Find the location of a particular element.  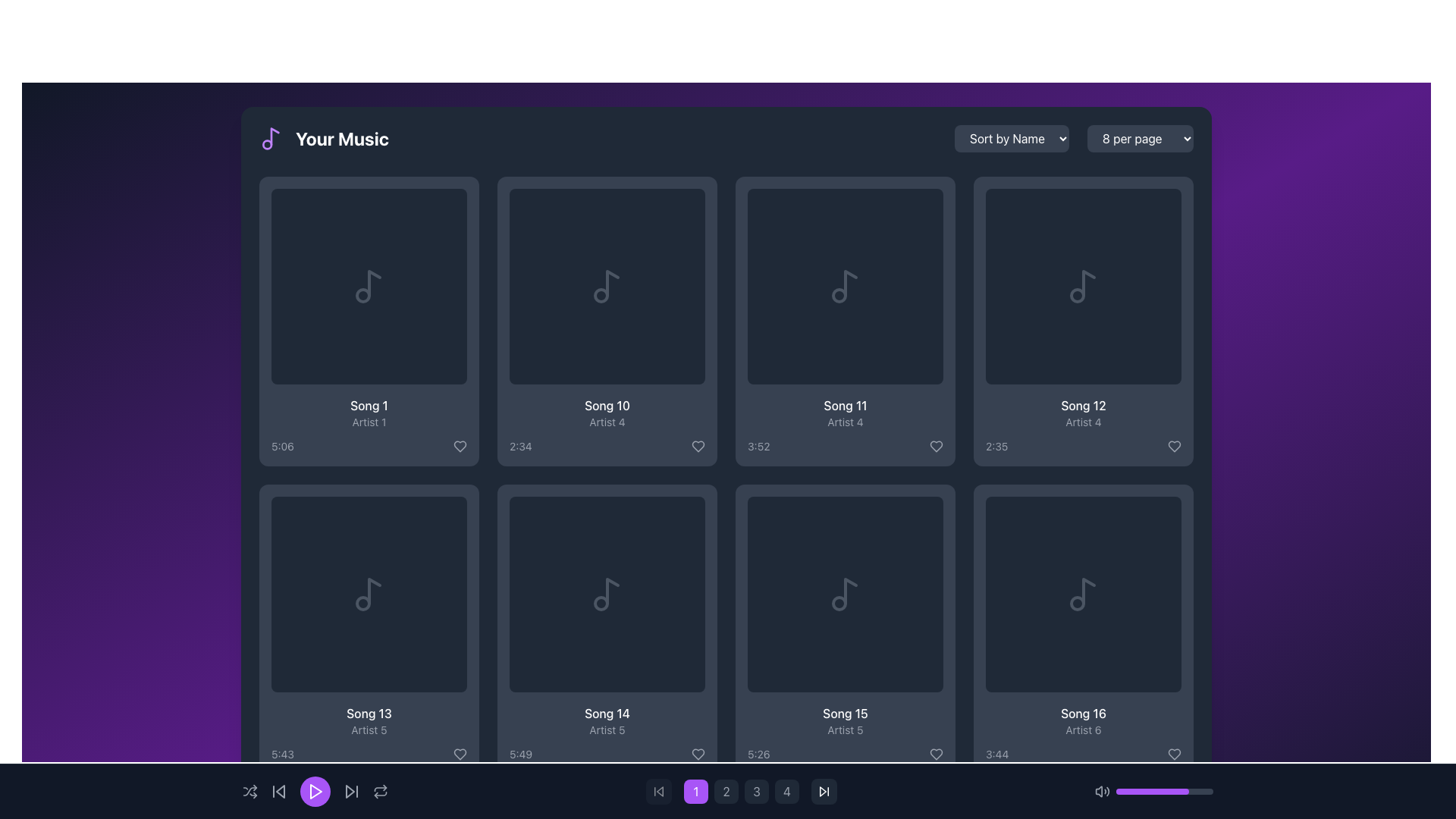

the text label displaying the song title located inside the sixth song card in the last row of the grid layout, beneath 'Artist 6' is located at coordinates (1083, 714).